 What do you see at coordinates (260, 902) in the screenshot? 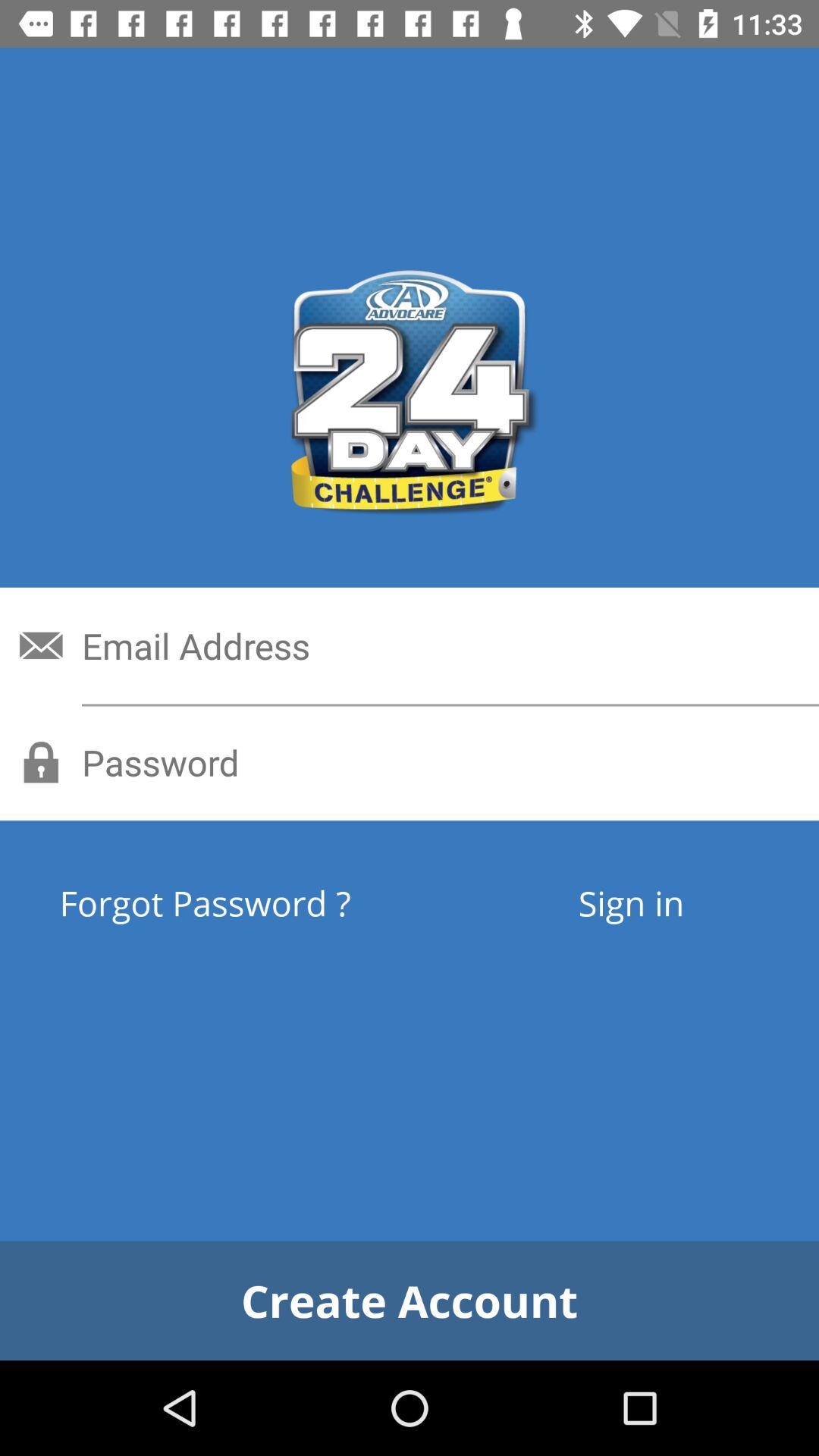
I see `the item above the create account item` at bounding box center [260, 902].